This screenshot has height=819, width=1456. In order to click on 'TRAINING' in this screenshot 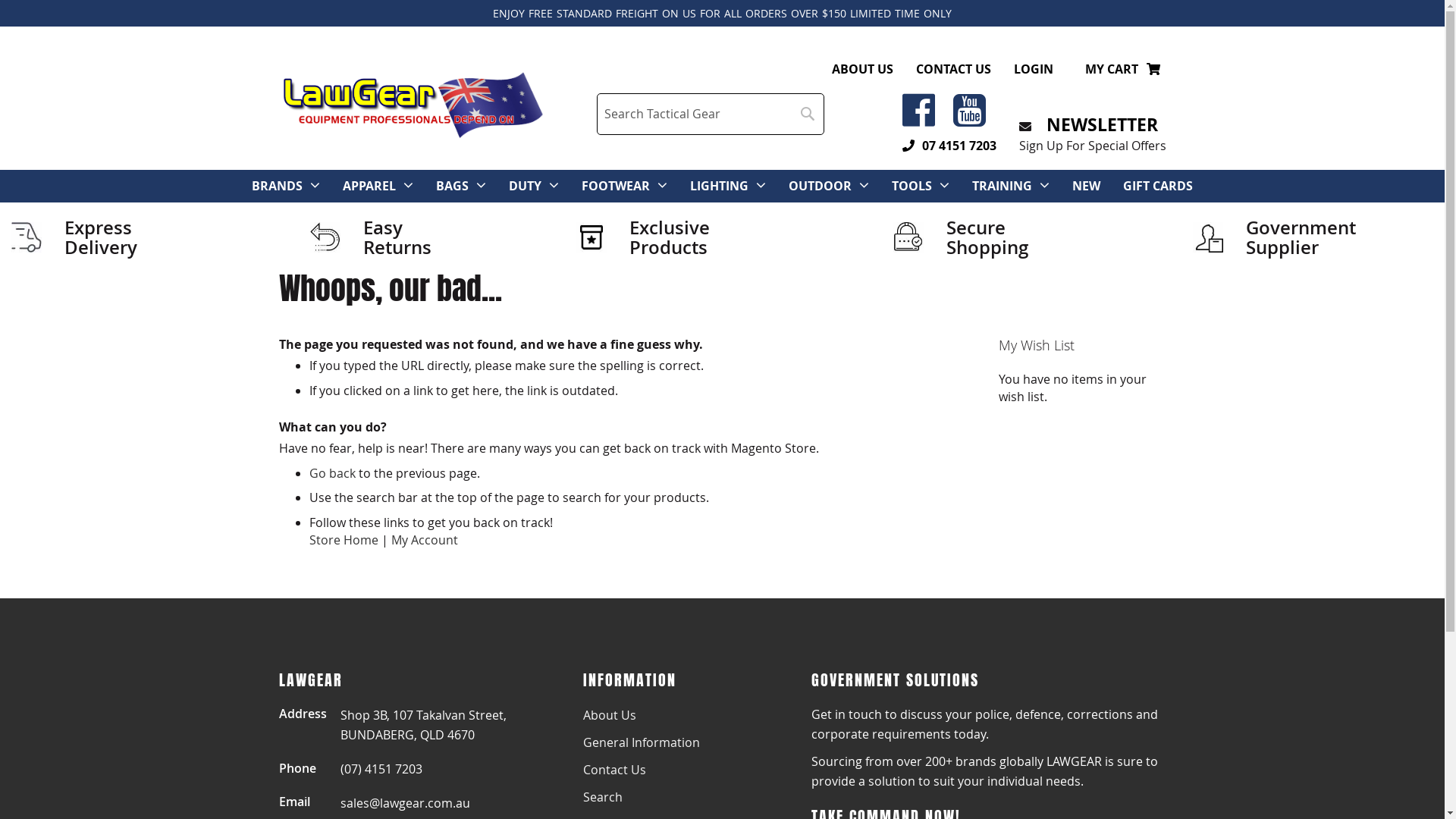, I will do `click(971, 185)`.